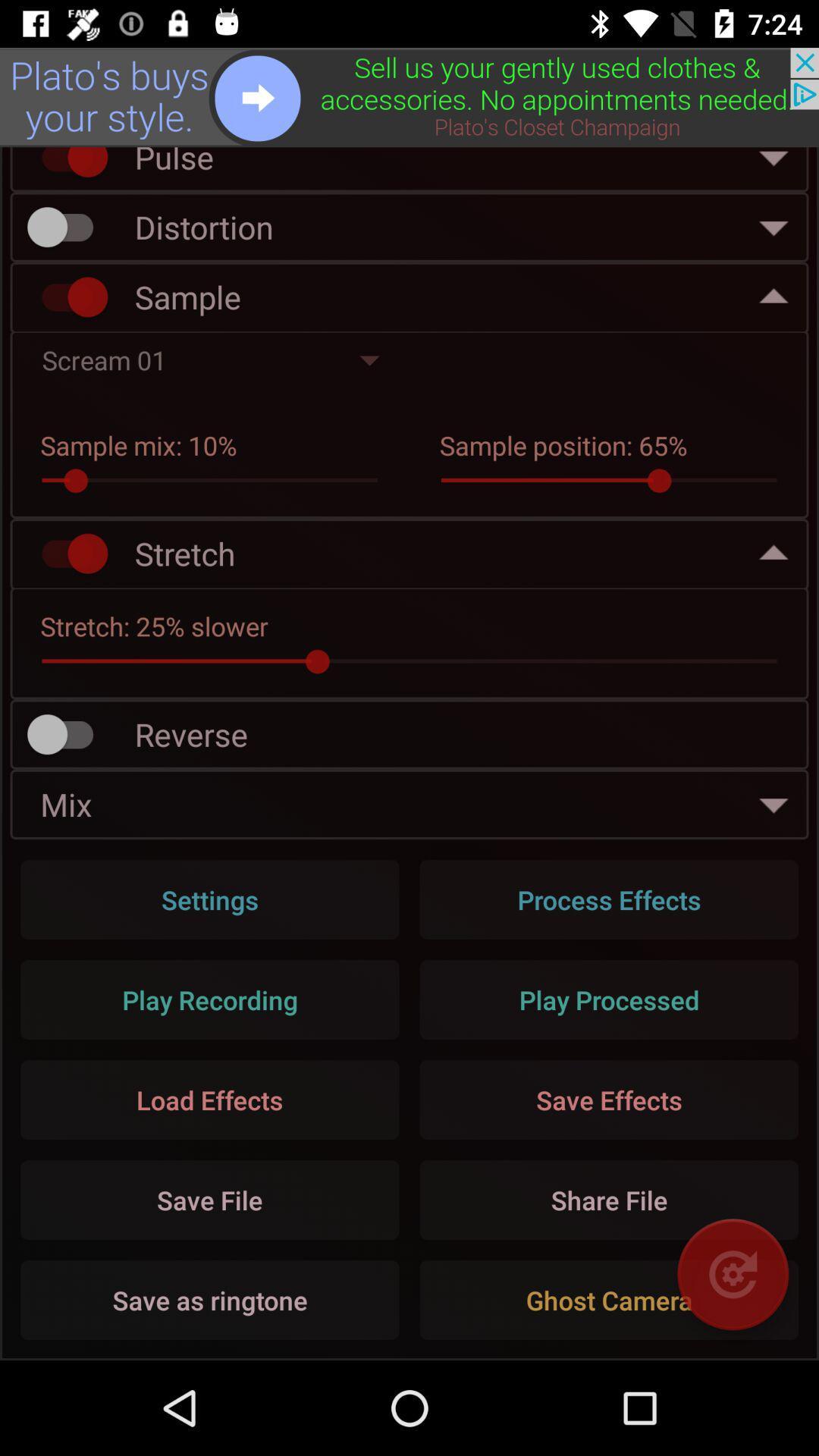 The width and height of the screenshot is (819, 1456). I want to click on notification of on button, so click(67, 165).